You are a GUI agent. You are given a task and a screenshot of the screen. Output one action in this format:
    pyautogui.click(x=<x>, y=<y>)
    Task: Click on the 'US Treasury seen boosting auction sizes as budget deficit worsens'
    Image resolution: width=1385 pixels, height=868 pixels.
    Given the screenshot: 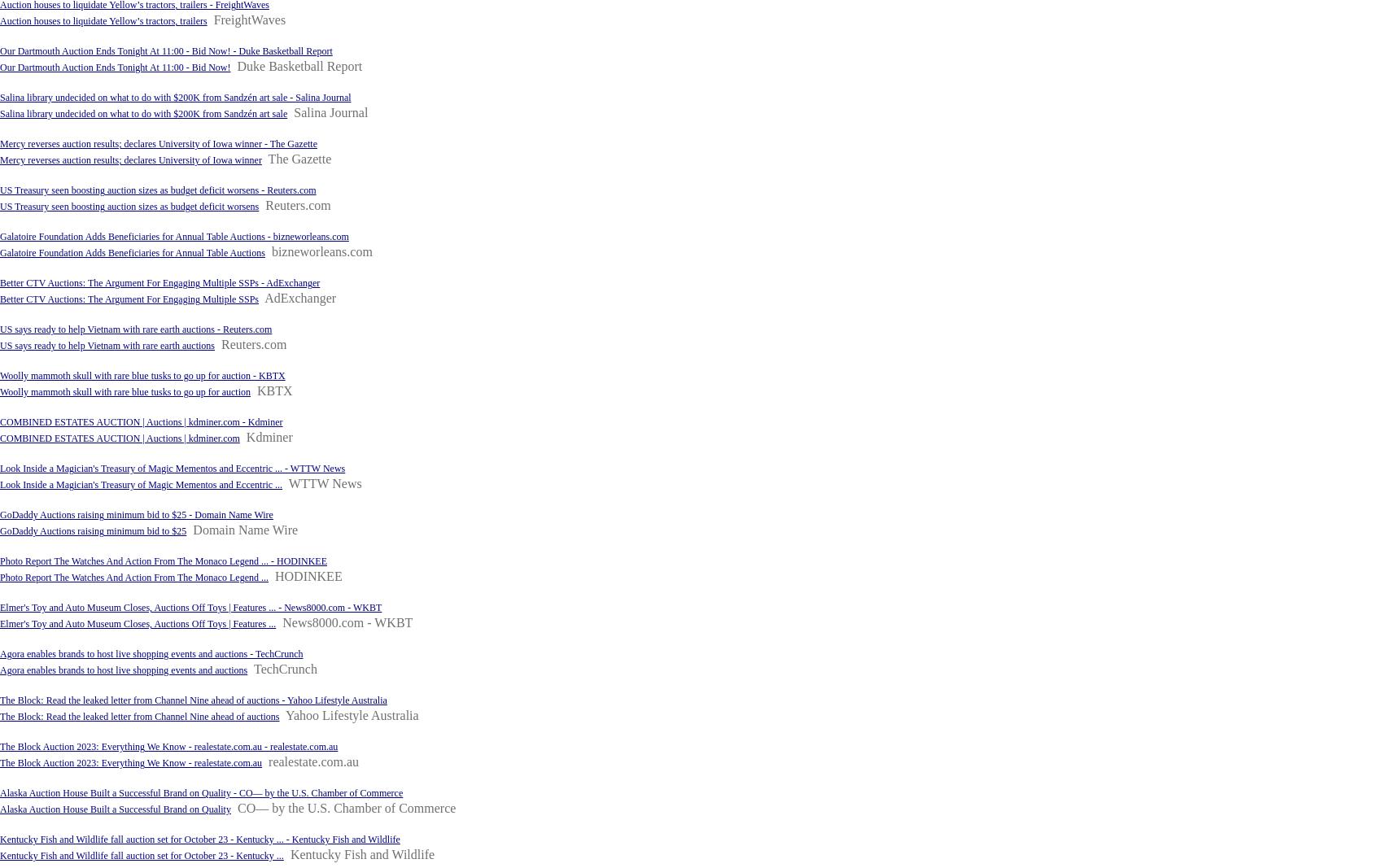 What is the action you would take?
    pyautogui.click(x=0, y=207)
    